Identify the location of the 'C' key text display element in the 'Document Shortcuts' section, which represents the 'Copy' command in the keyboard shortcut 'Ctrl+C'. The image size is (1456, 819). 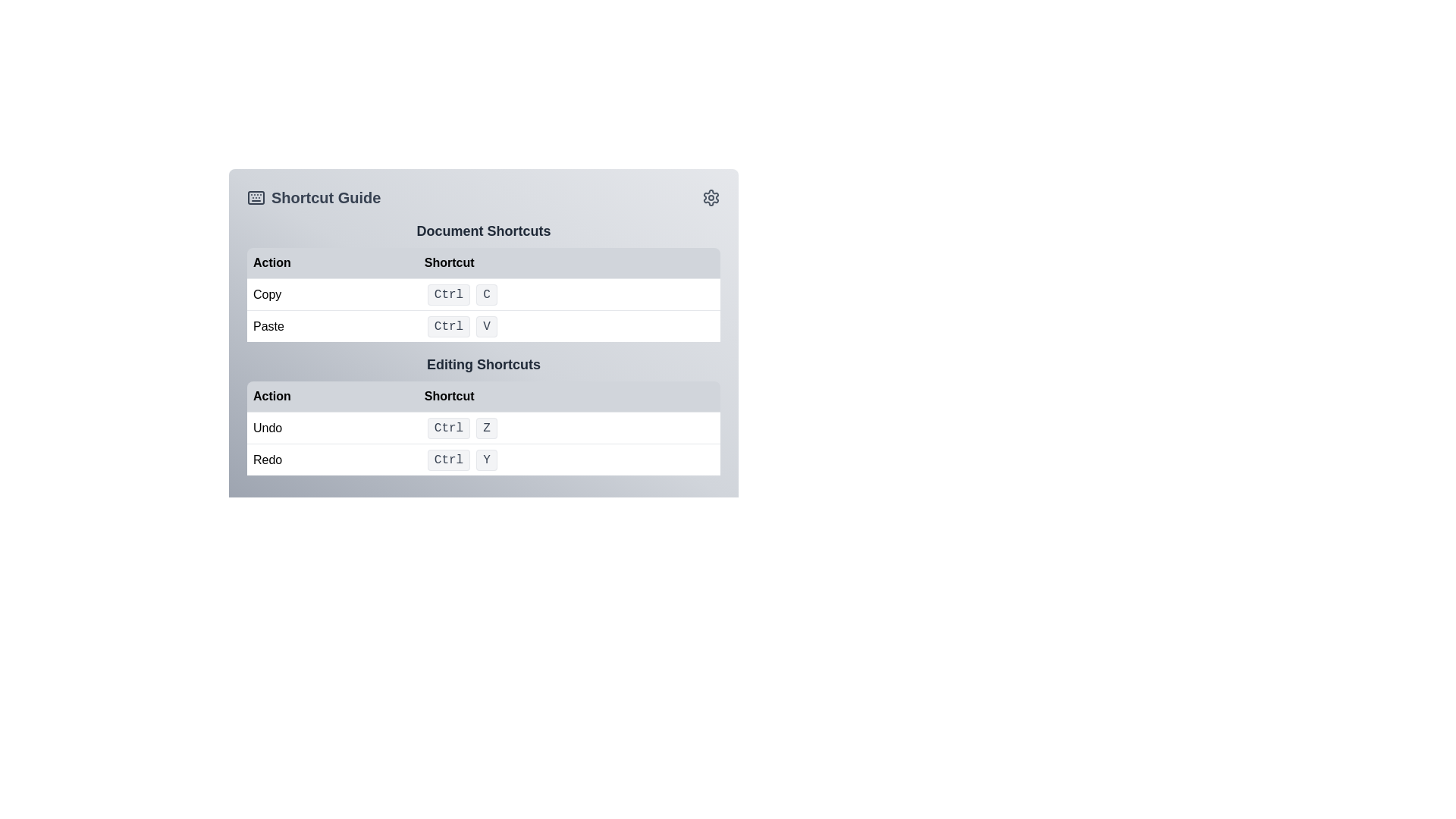
(487, 295).